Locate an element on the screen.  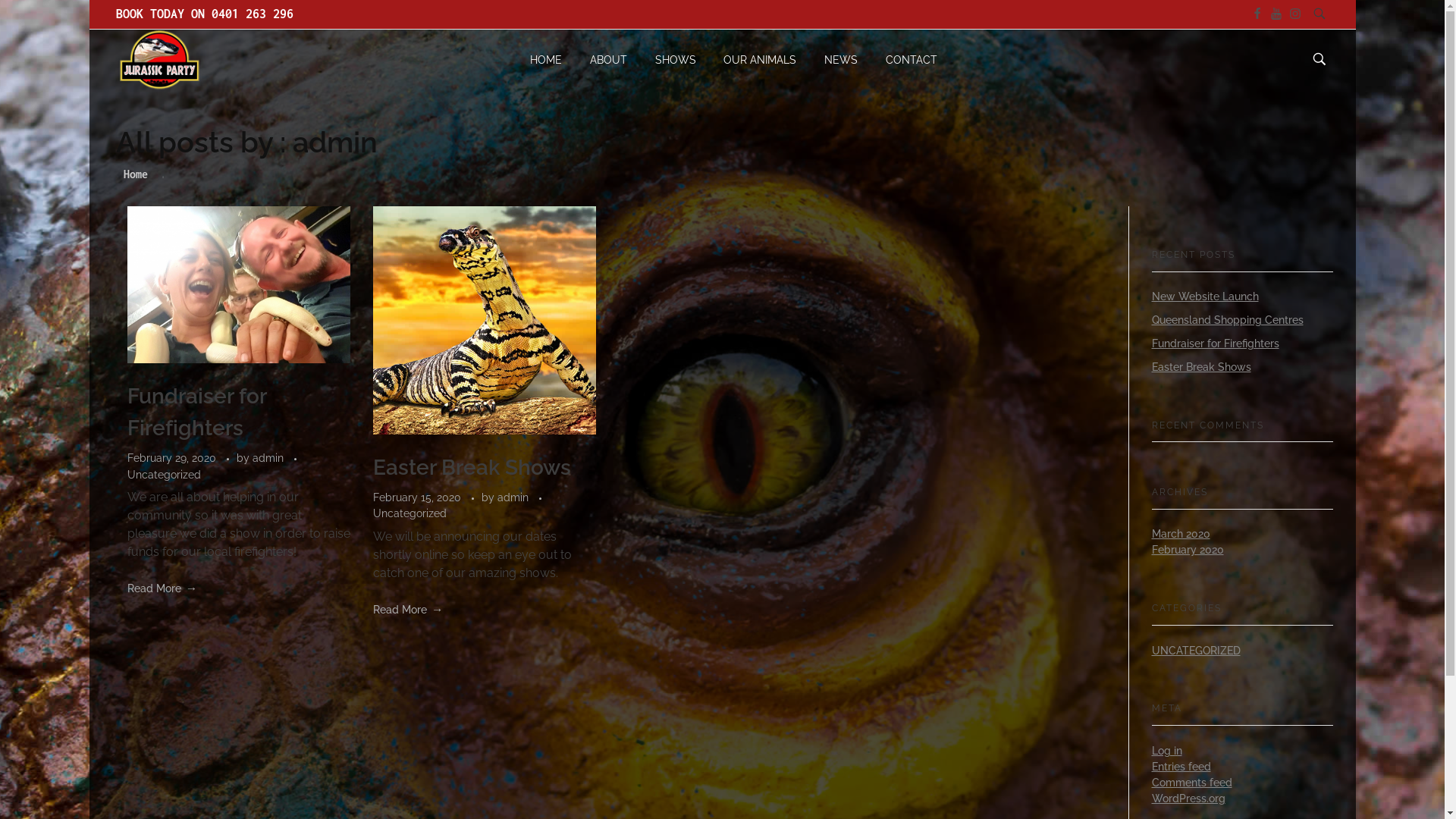
'Entries feed' is located at coordinates (1150, 766).